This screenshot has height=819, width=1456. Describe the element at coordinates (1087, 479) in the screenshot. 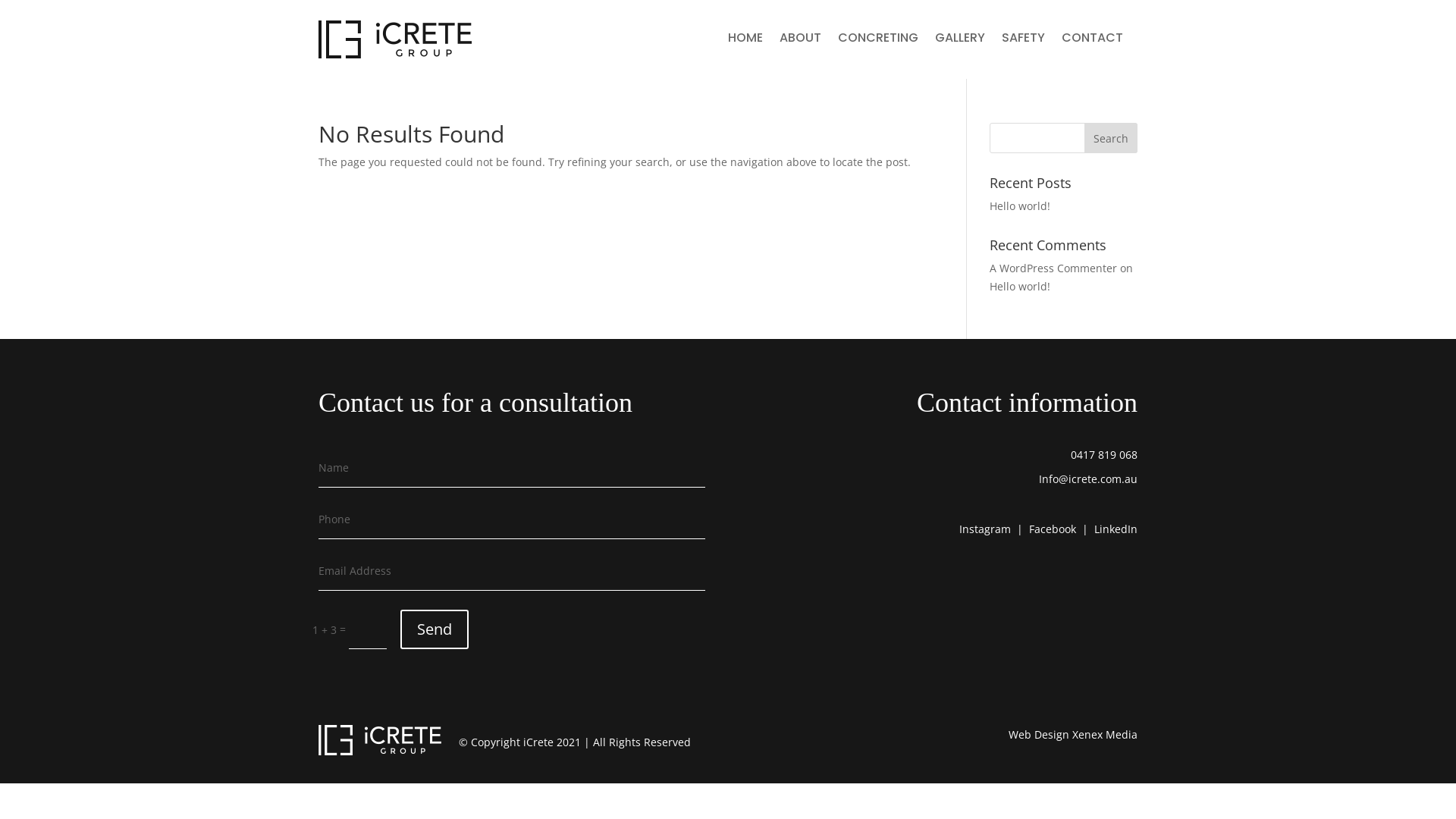

I see `'Info@icrete.com.au'` at that location.